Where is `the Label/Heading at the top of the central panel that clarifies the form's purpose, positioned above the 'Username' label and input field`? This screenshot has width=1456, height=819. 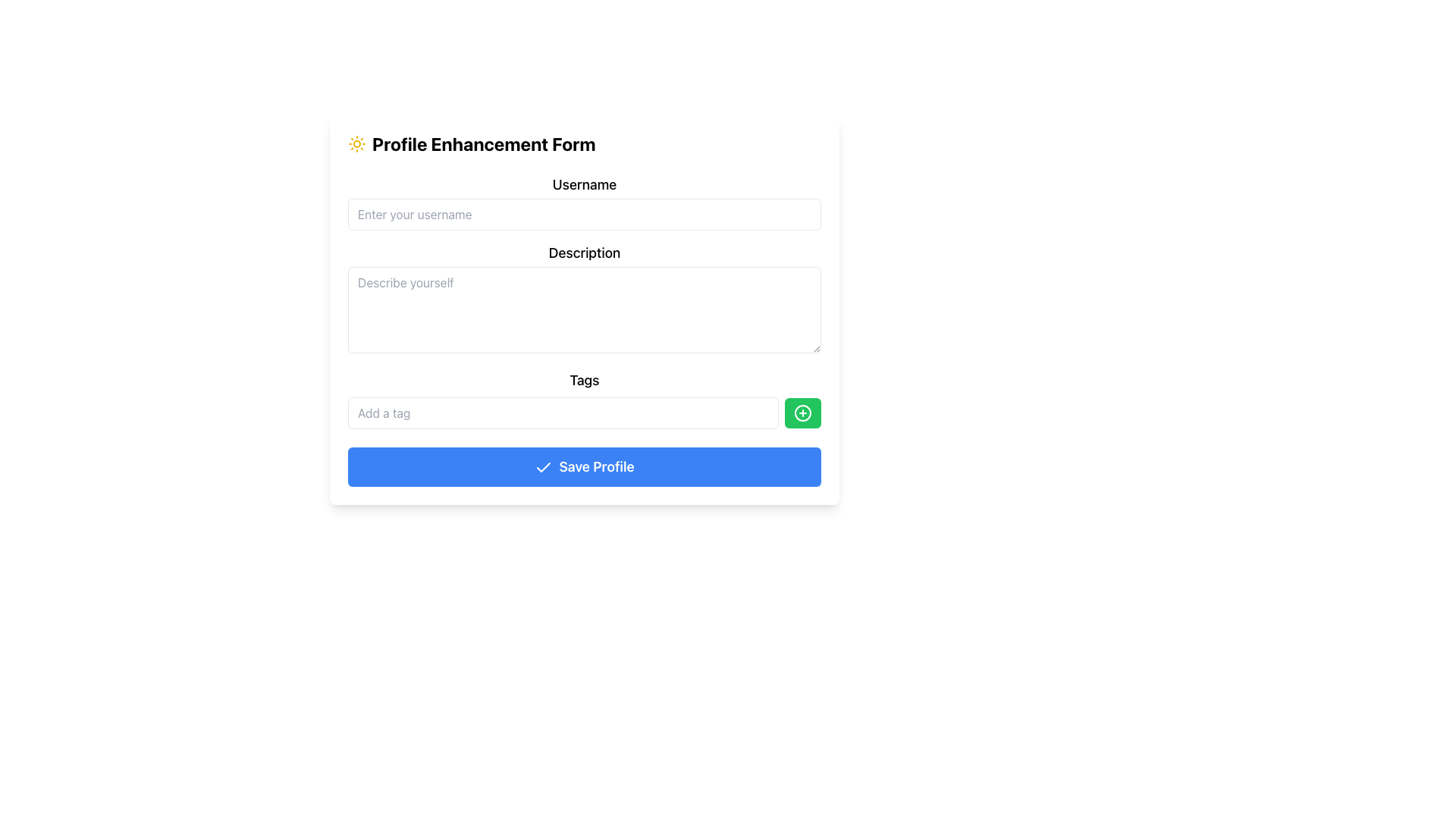
the Label/Heading at the top of the central panel that clarifies the form's purpose, positioned above the 'Username' label and input field is located at coordinates (584, 143).